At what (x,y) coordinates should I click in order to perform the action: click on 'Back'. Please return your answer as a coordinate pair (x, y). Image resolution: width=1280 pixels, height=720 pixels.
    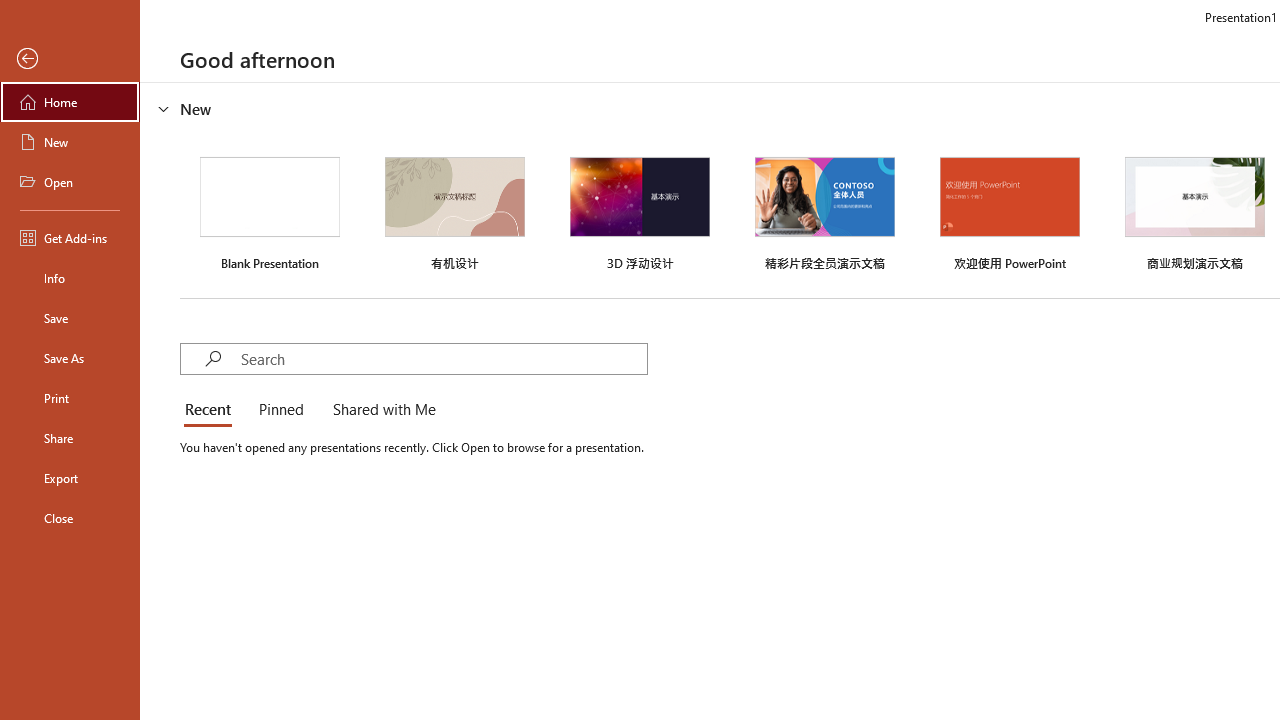
    Looking at the image, I should click on (69, 58).